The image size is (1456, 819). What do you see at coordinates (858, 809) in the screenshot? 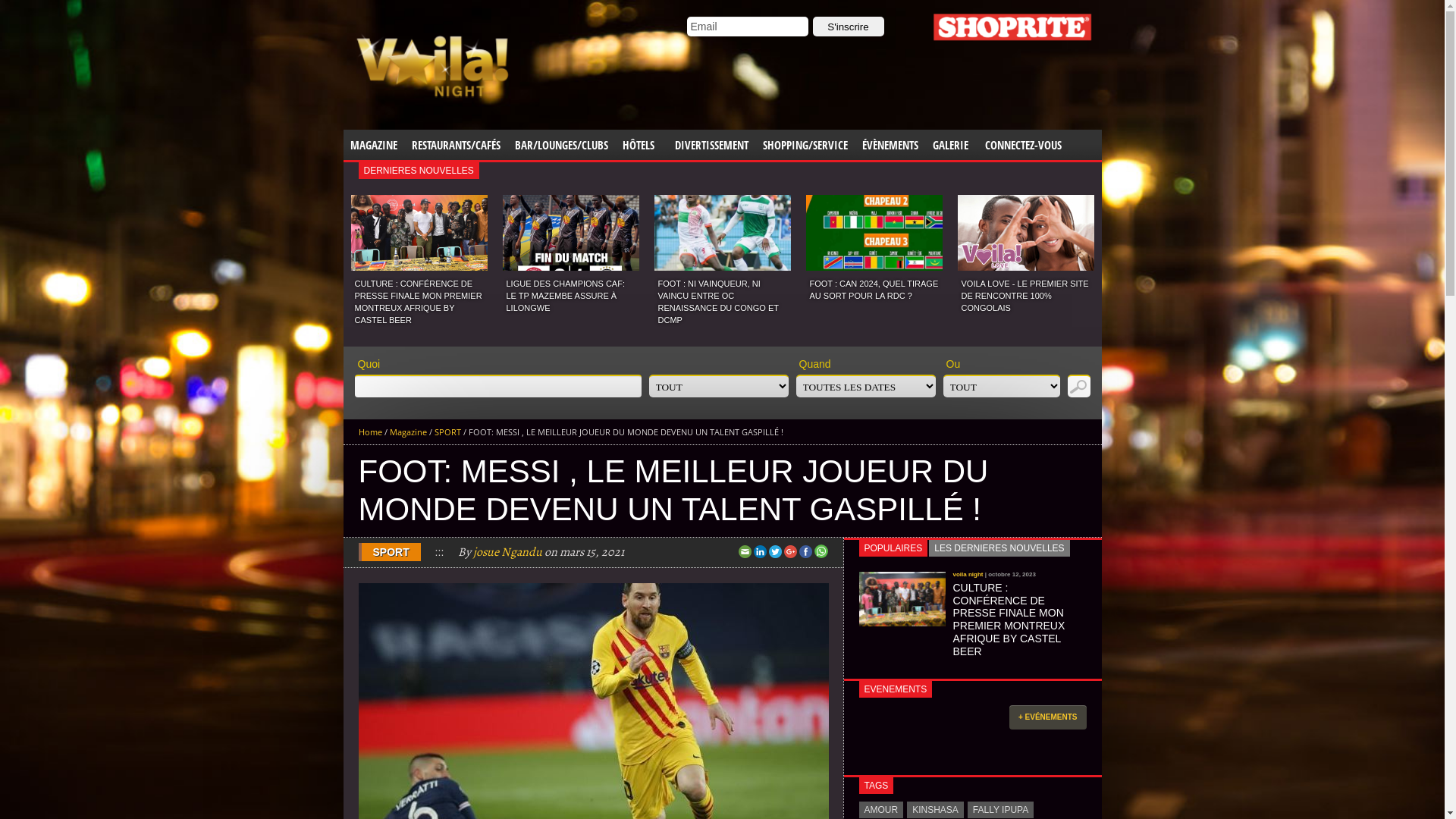
I see `'AMOUR'` at bounding box center [858, 809].